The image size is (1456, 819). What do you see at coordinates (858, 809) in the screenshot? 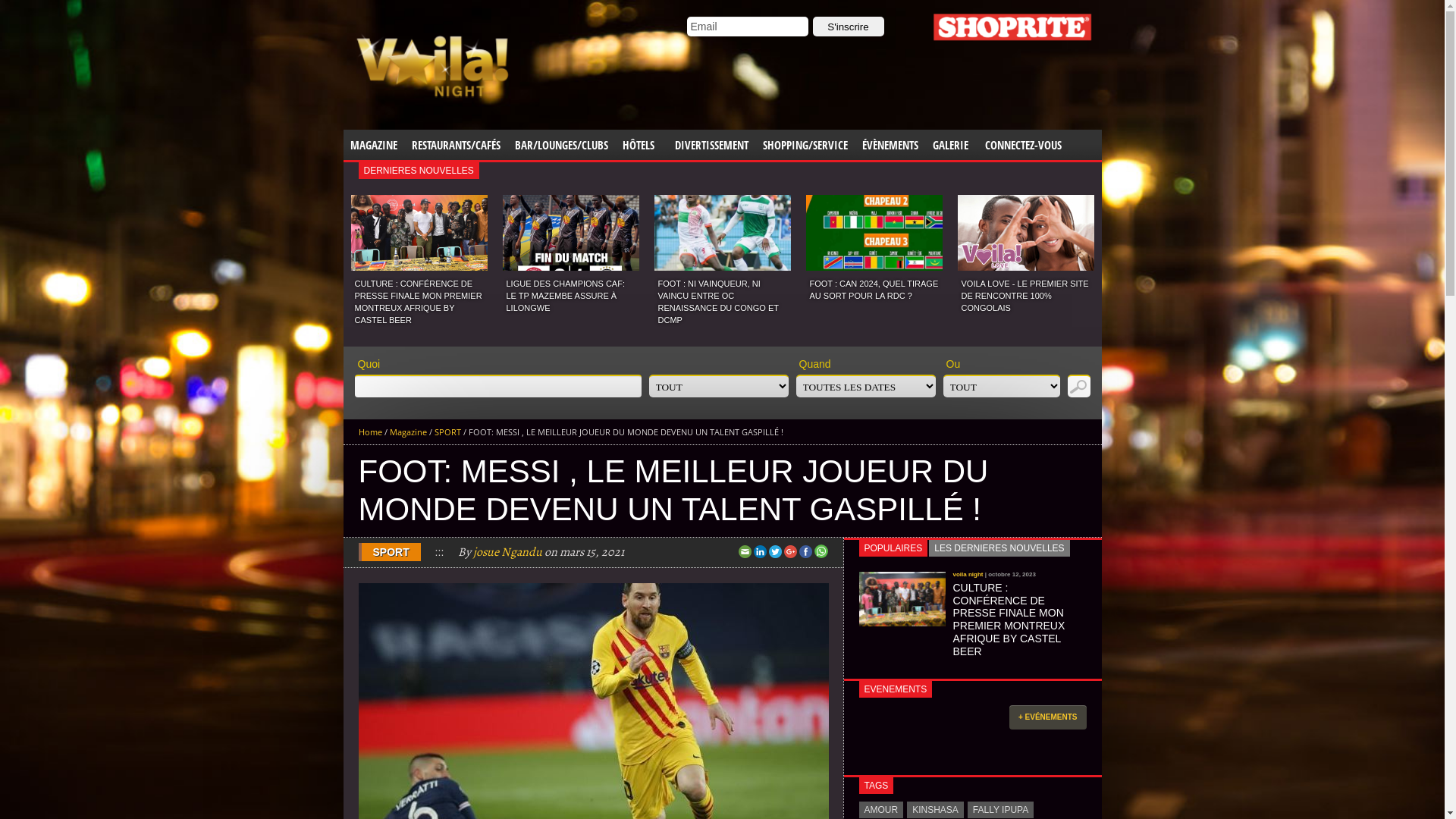
I see `'AMOUR'` at bounding box center [858, 809].